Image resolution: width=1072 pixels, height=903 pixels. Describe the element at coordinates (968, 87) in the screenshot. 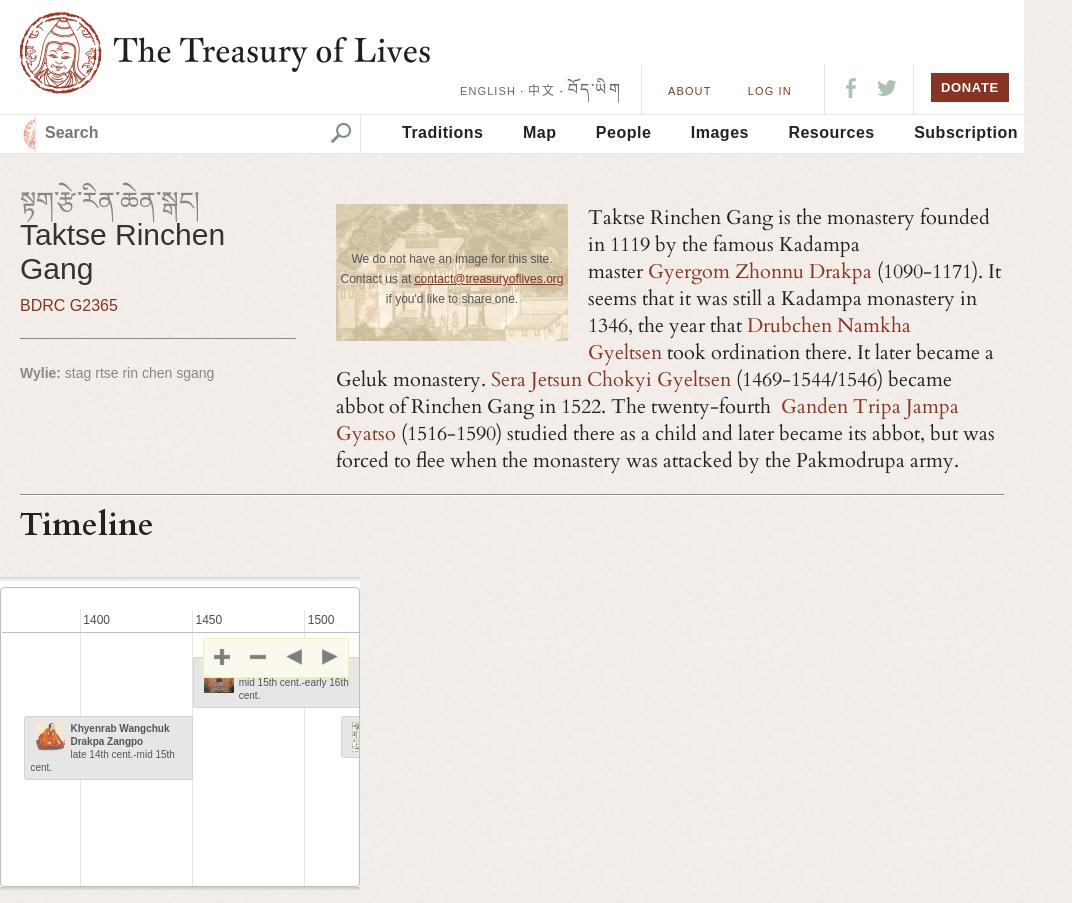

I see `'DONATE'` at that location.